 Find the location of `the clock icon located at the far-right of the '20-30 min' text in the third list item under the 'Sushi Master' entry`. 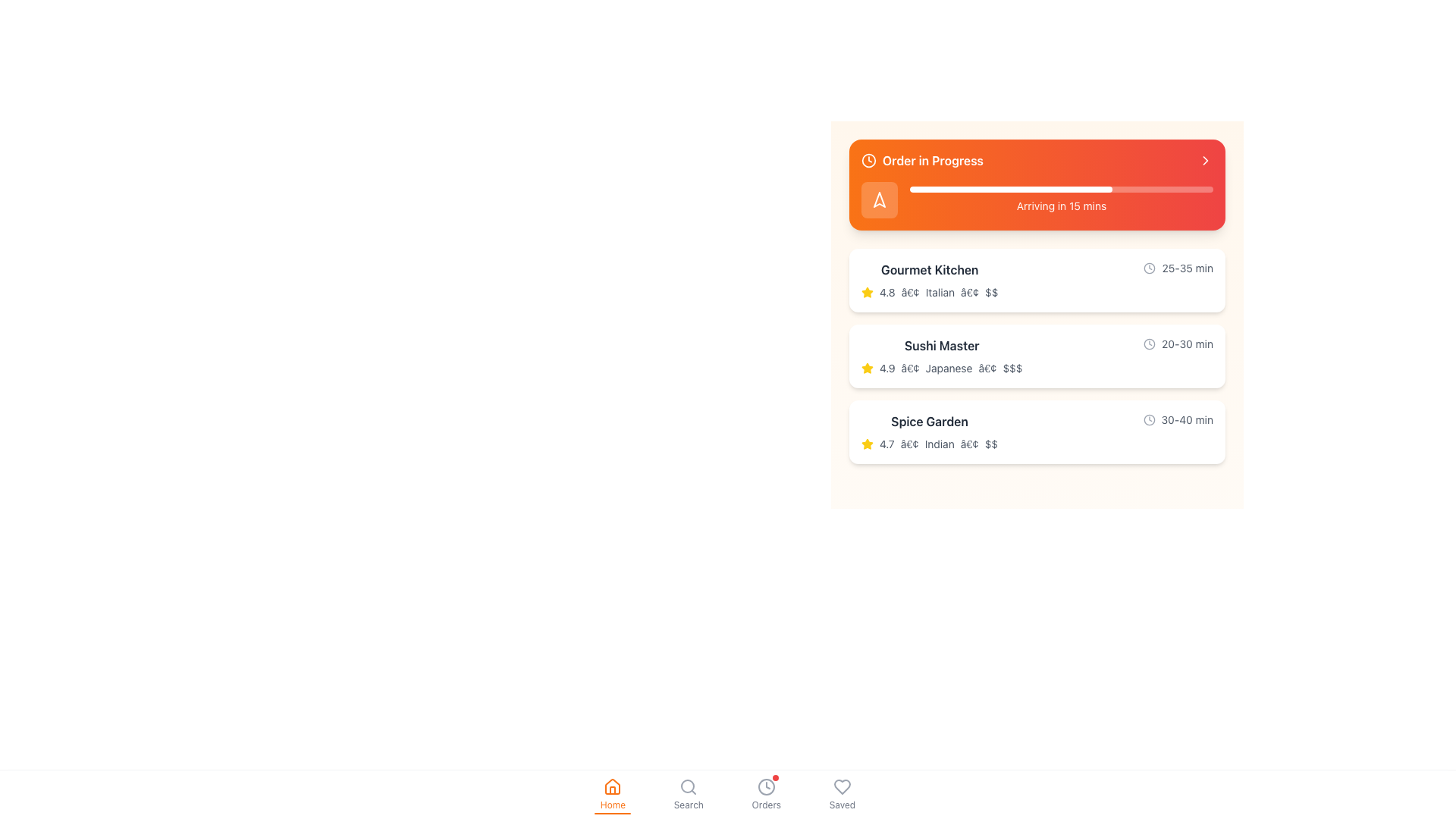

the clock icon located at the far-right of the '20-30 min' text in the third list item under the 'Sushi Master' entry is located at coordinates (1150, 344).